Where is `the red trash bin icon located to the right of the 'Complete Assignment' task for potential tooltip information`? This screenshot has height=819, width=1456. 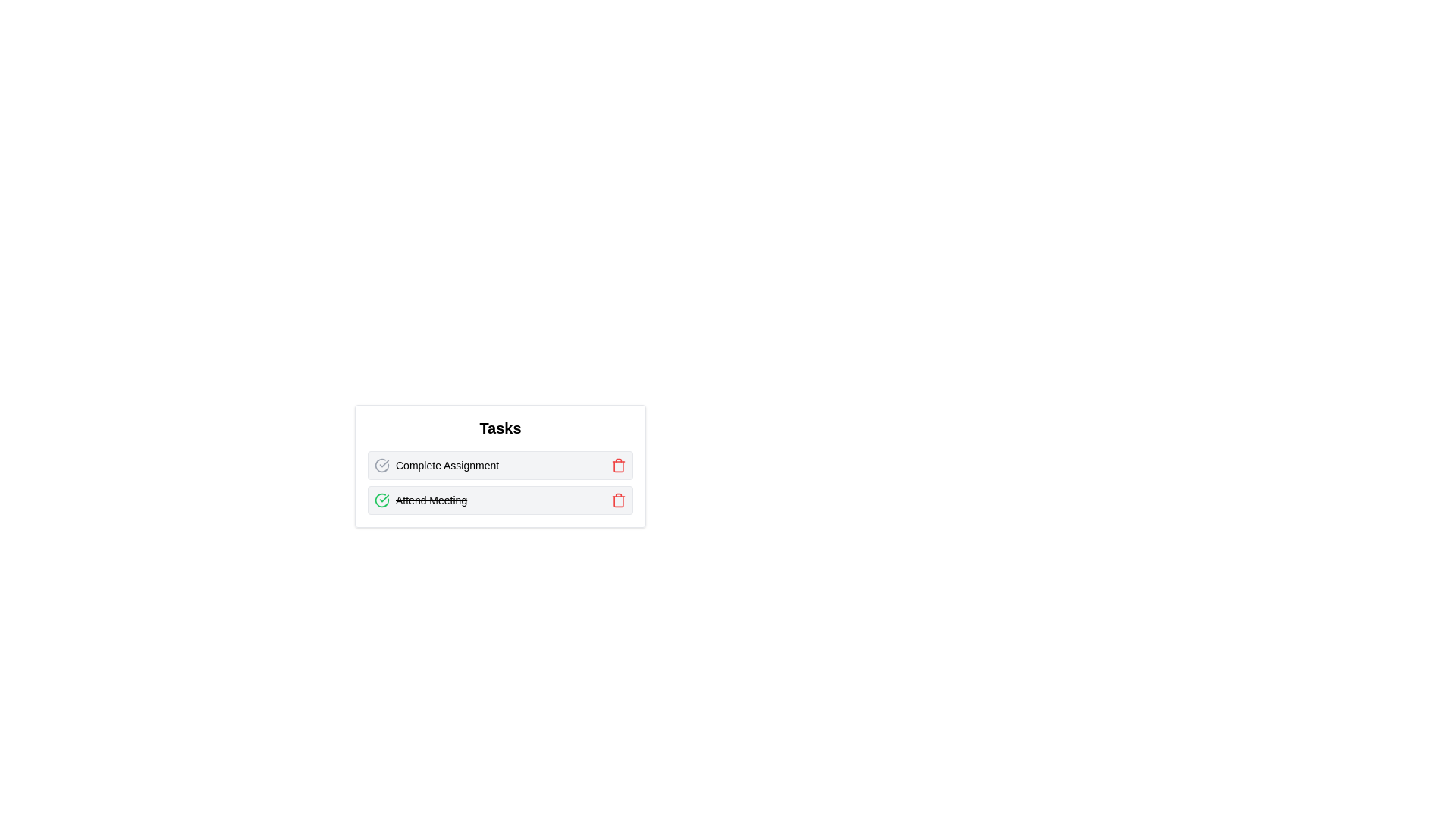
the red trash bin icon located to the right of the 'Complete Assignment' task for potential tooltip information is located at coordinates (619, 464).